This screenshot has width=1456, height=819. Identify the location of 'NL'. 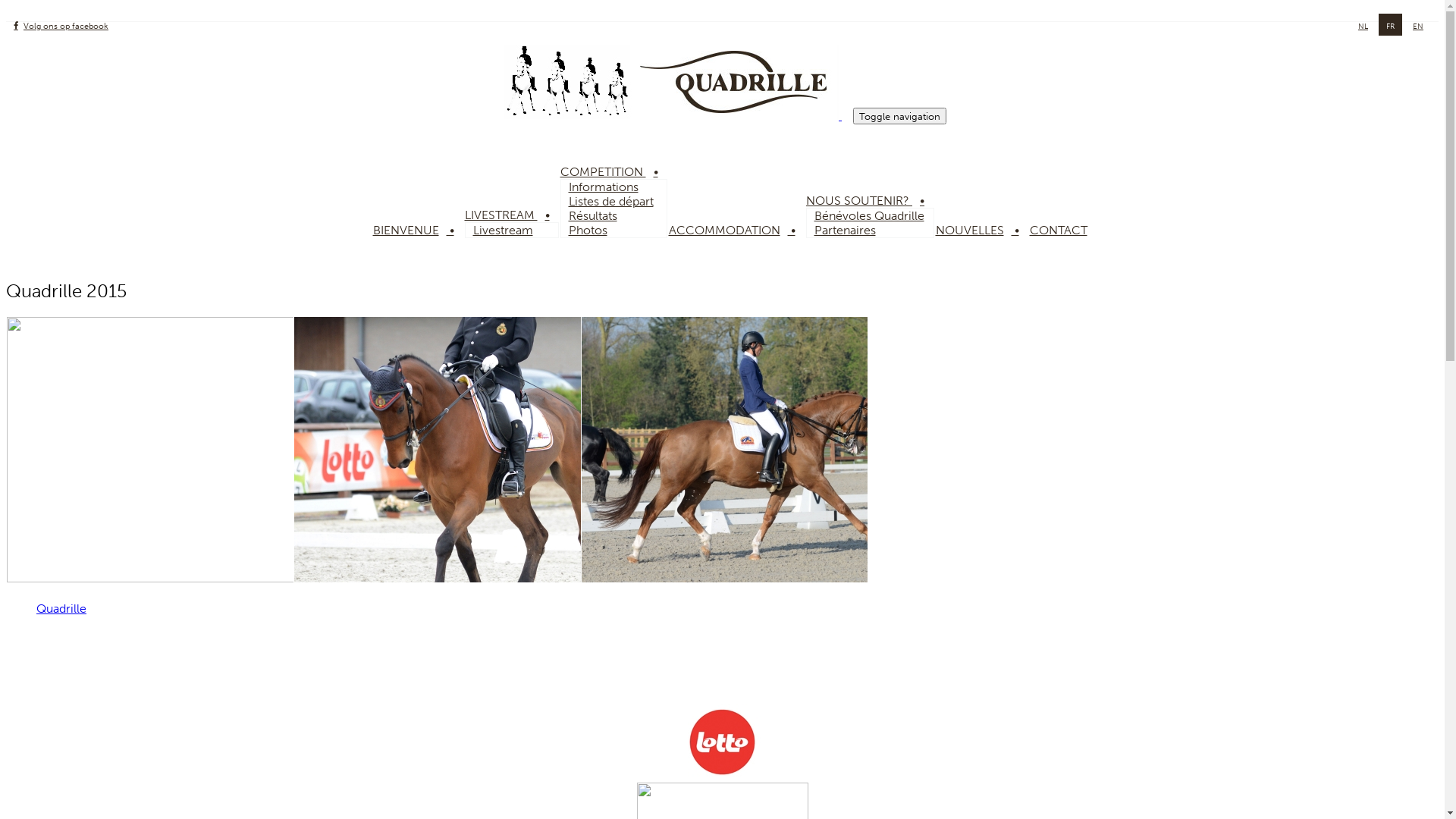
(1363, 26).